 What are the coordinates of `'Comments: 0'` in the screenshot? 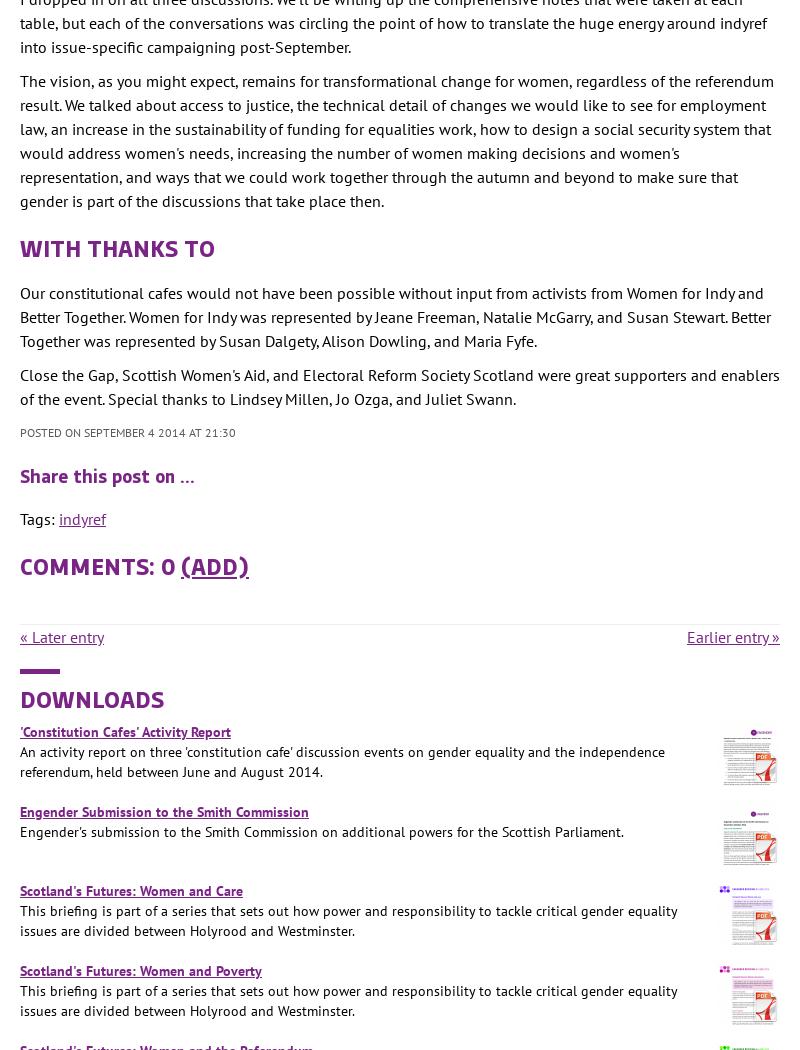 It's located at (100, 564).